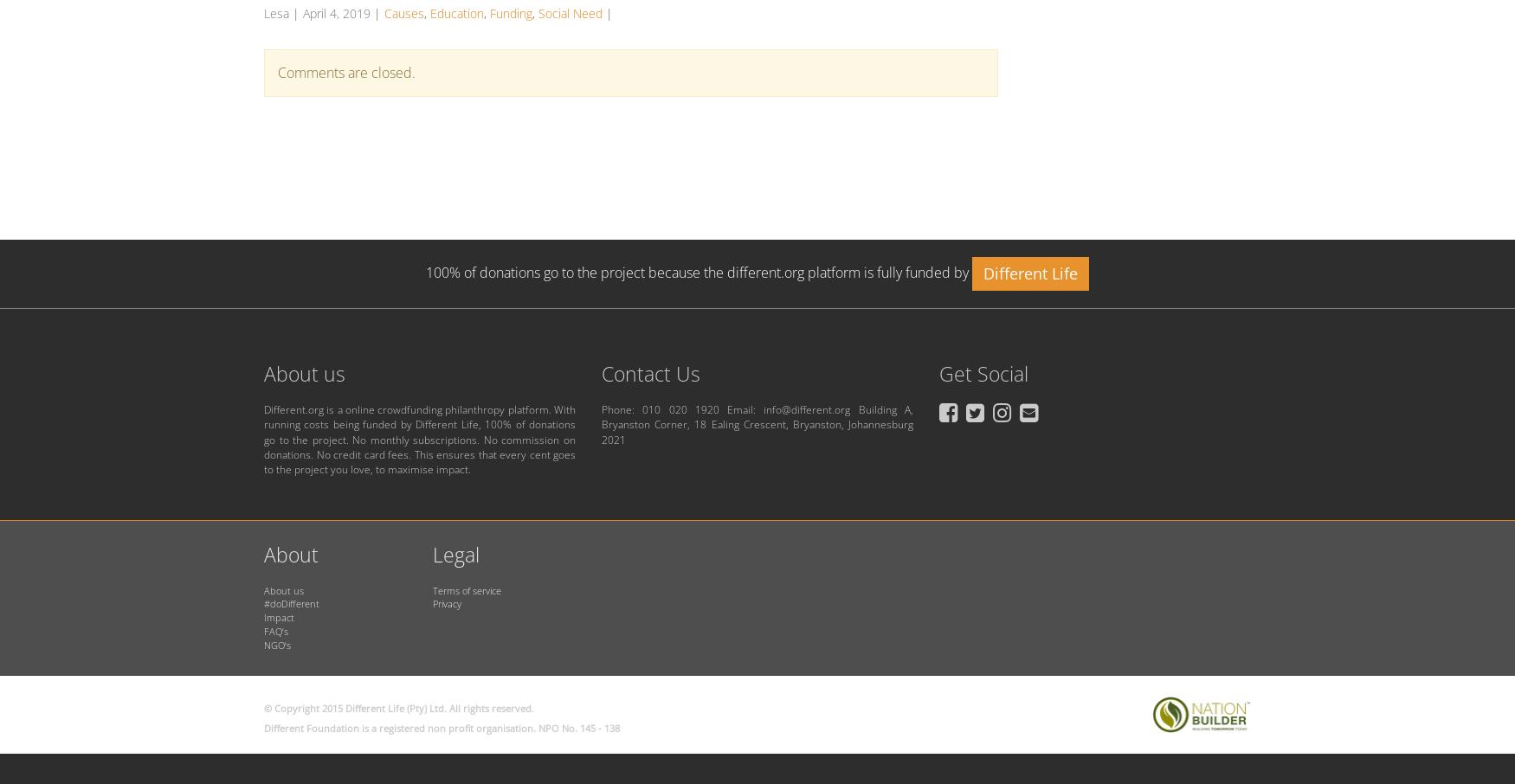 The image size is (1515, 784). I want to click on 'Privacy', so click(432, 603).